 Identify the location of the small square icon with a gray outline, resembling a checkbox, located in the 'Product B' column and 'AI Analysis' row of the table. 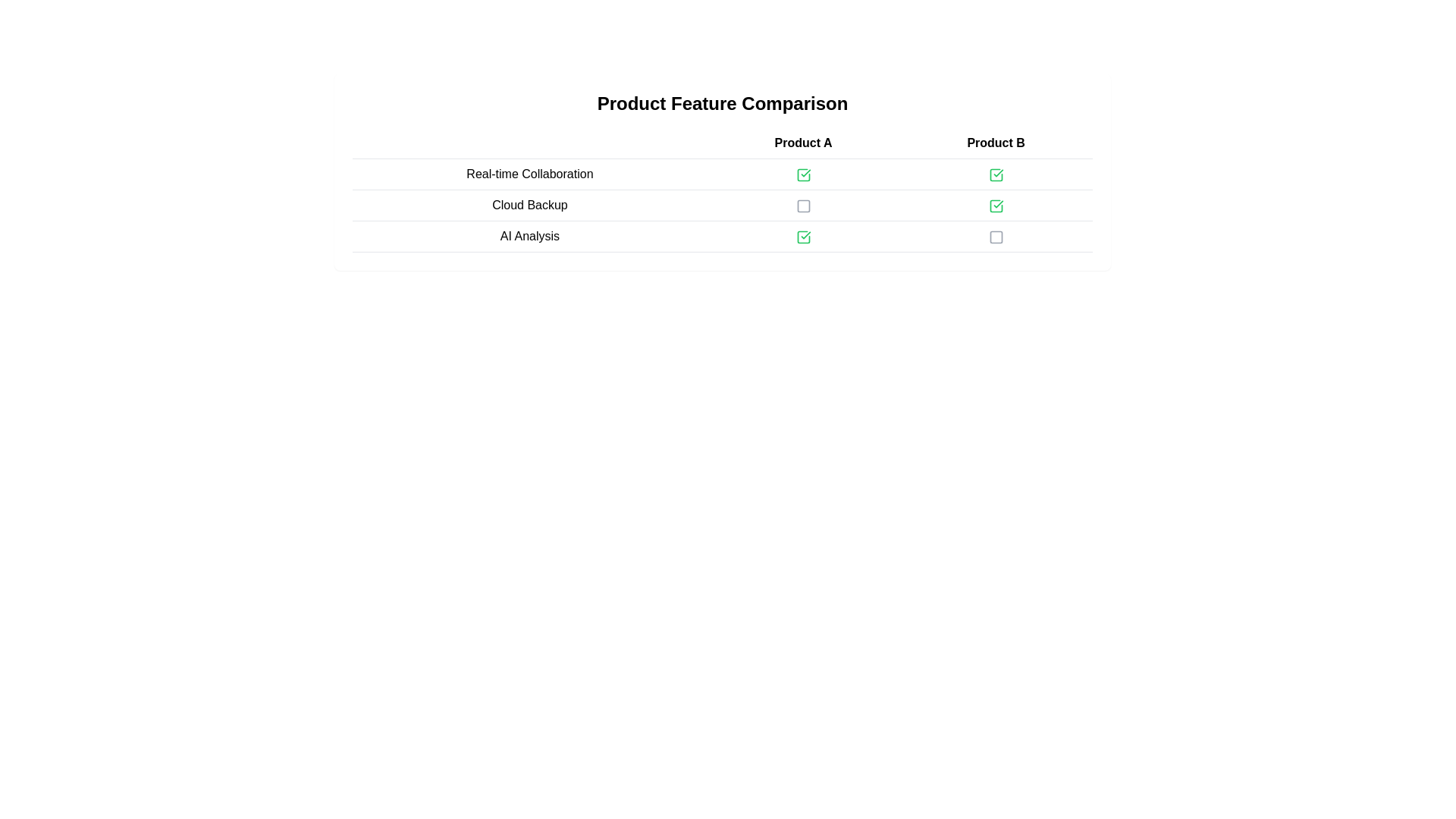
(996, 237).